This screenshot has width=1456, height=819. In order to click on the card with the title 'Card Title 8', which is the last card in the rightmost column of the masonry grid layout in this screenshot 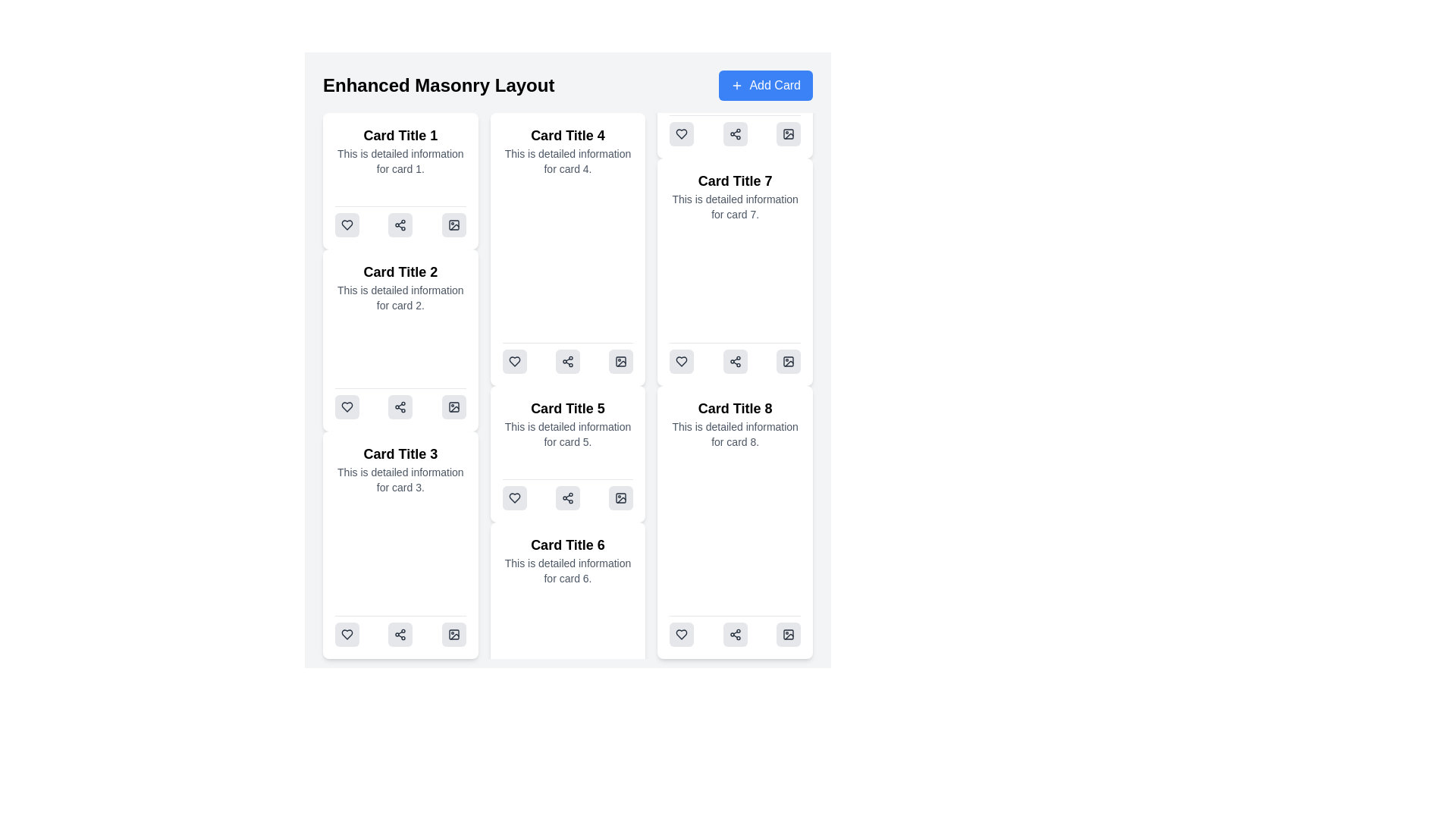, I will do `click(735, 522)`.